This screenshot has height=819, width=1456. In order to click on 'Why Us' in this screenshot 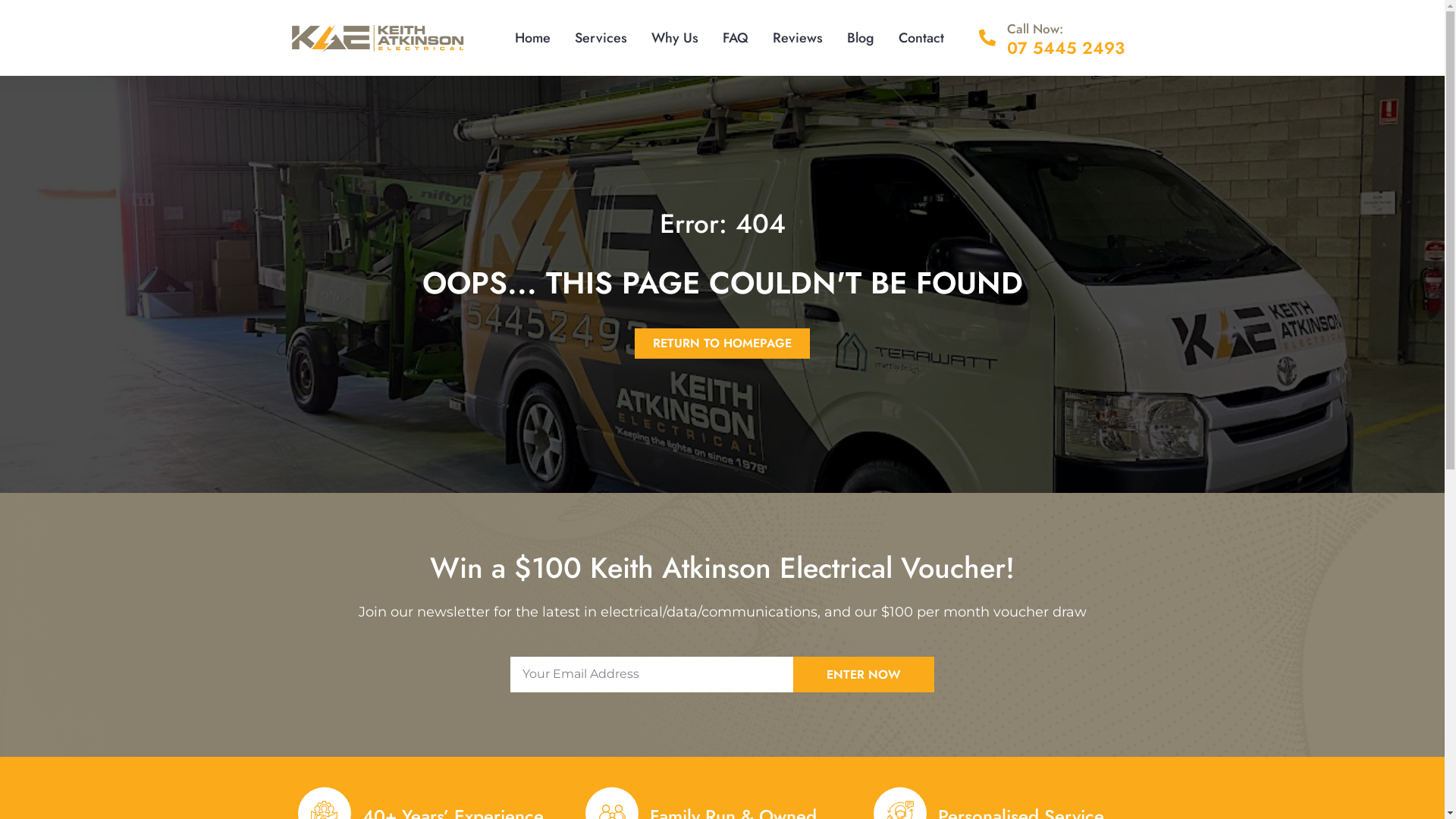, I will do `click(639, 37)`.